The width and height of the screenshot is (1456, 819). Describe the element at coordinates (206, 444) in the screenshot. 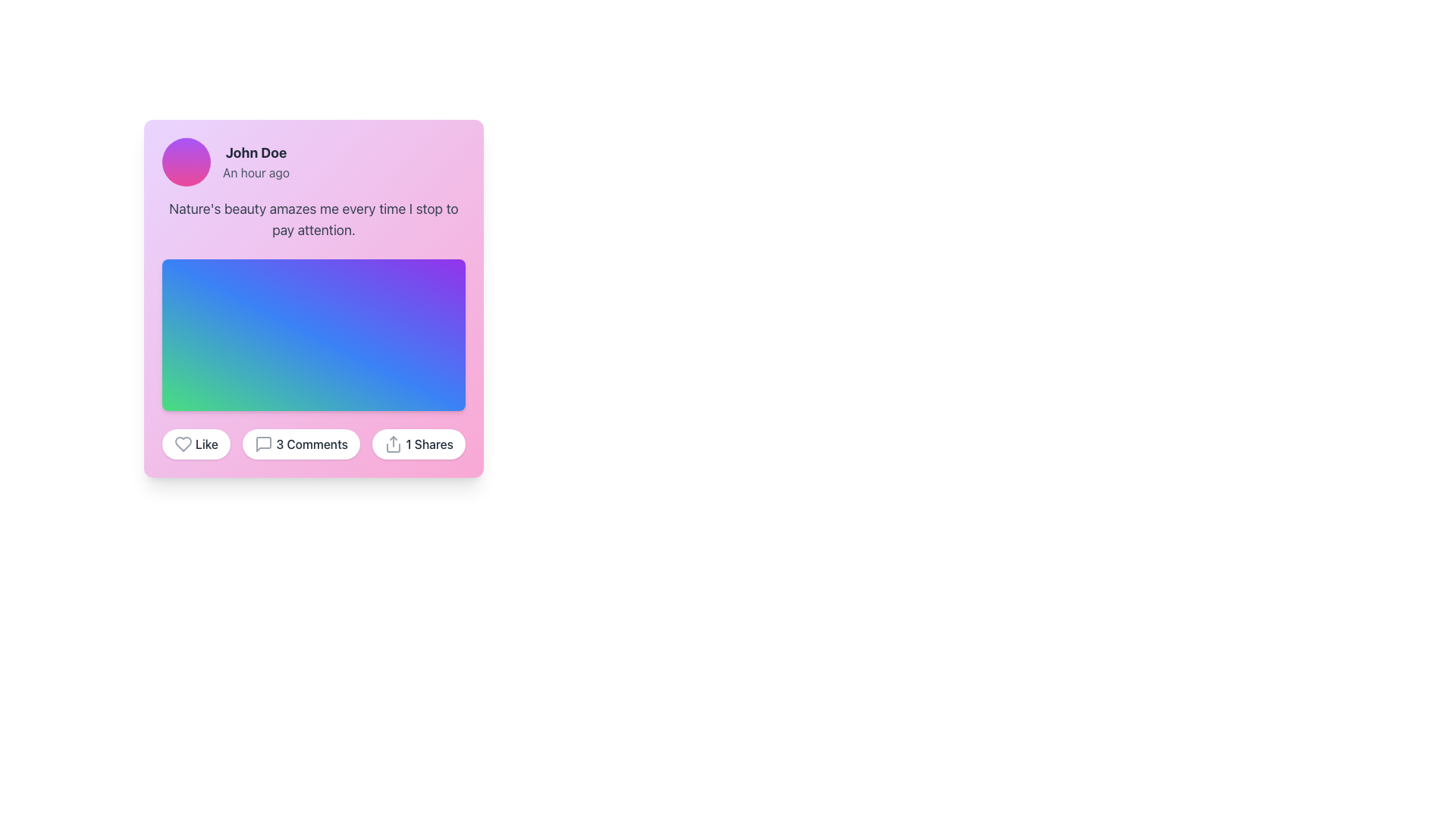

I see `the 'Like' text label, which is styled in a medium weight gray font and located within a round, white button at the bottom left of a card, adjacent to a heart-shaped icon` at that location.